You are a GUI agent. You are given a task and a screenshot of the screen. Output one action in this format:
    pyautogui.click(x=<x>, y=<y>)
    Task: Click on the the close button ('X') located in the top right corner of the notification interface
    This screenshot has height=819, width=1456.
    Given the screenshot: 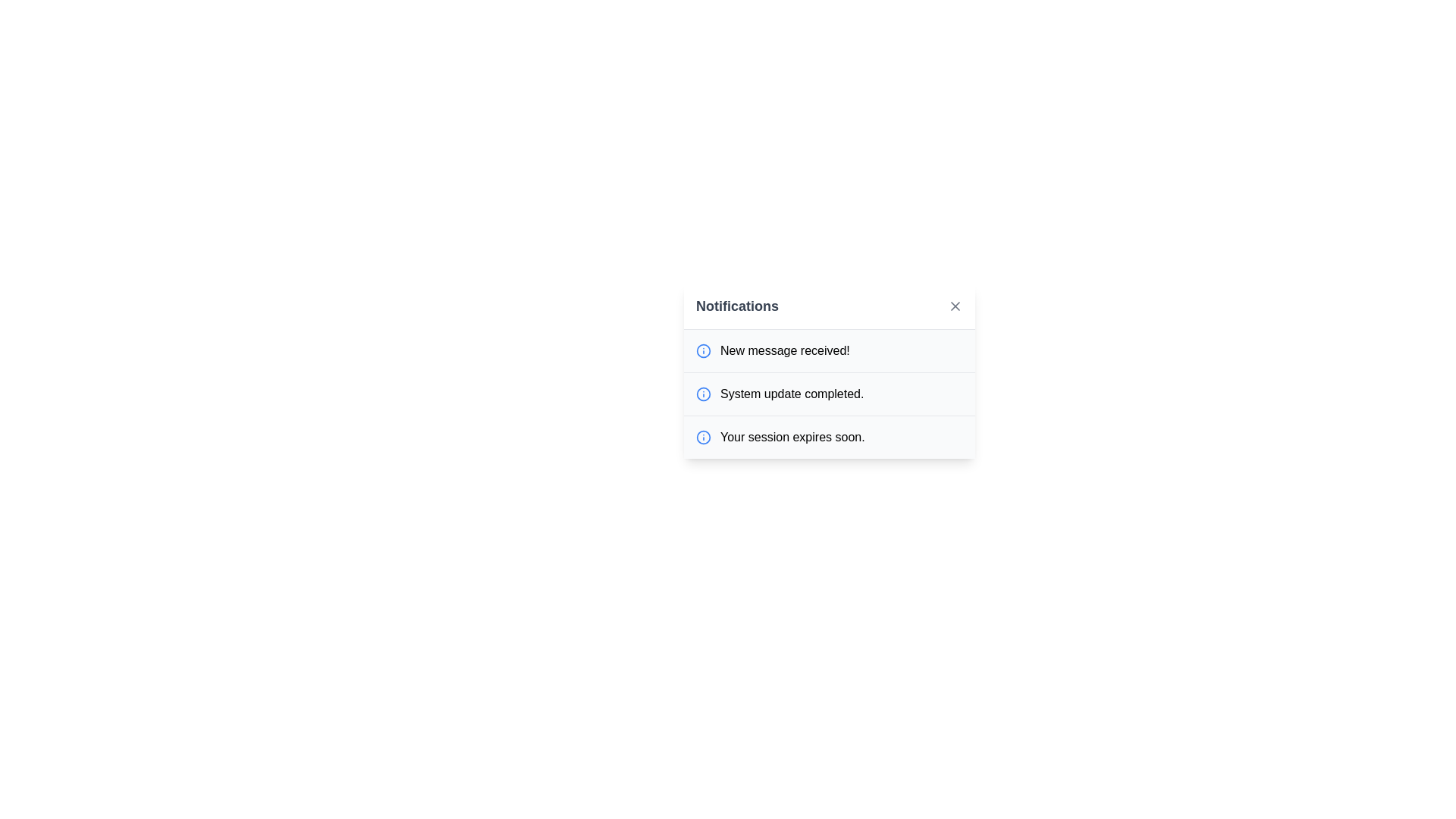 What is the action you would take?
    pyautogui.click(x=954, y=306)
    